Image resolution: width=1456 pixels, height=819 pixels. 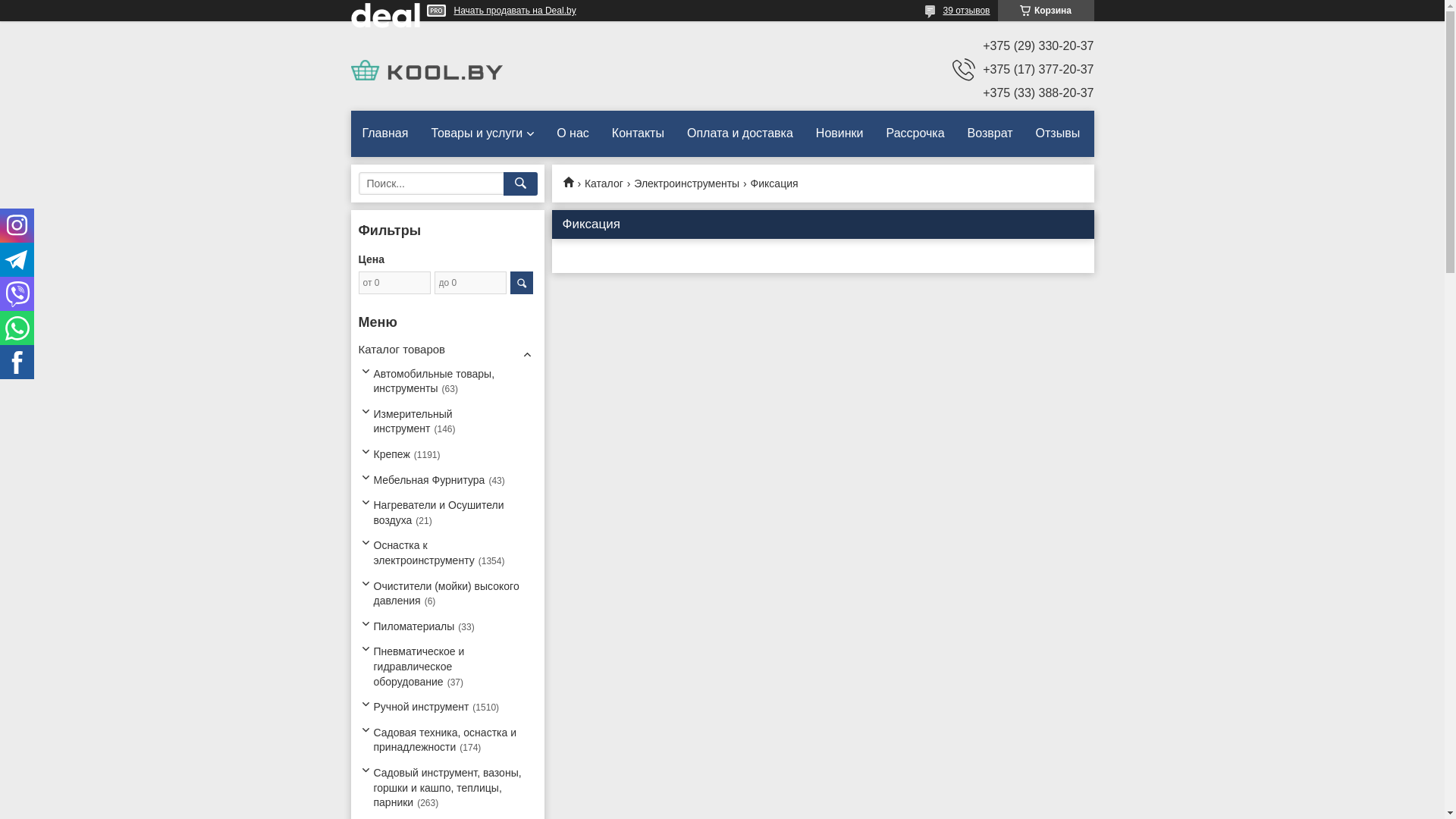 I want to click on 'KOOL.BY', so click(x=349, y=69).